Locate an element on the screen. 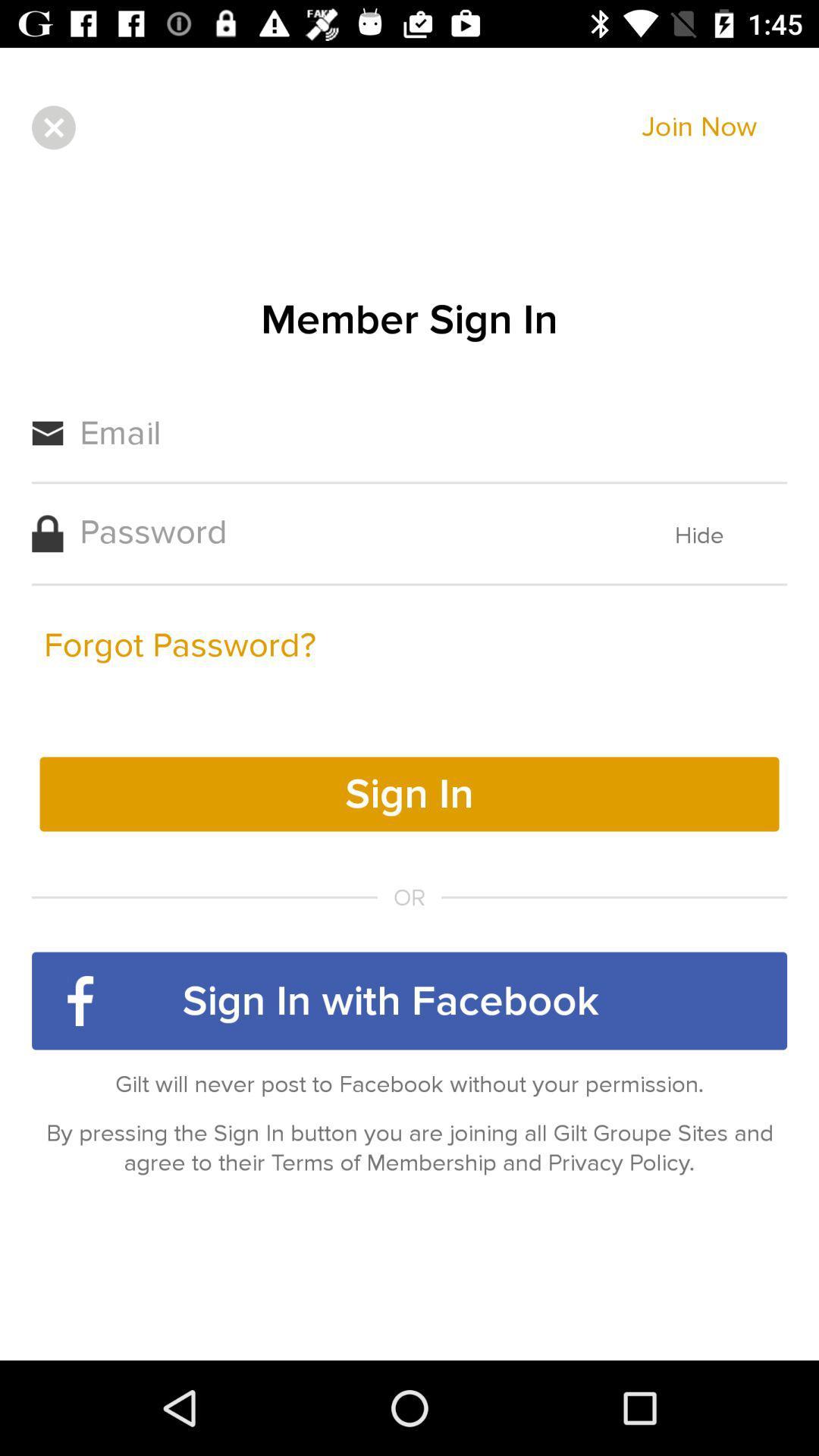  forgot password? item is located at coordinates (179, 645).